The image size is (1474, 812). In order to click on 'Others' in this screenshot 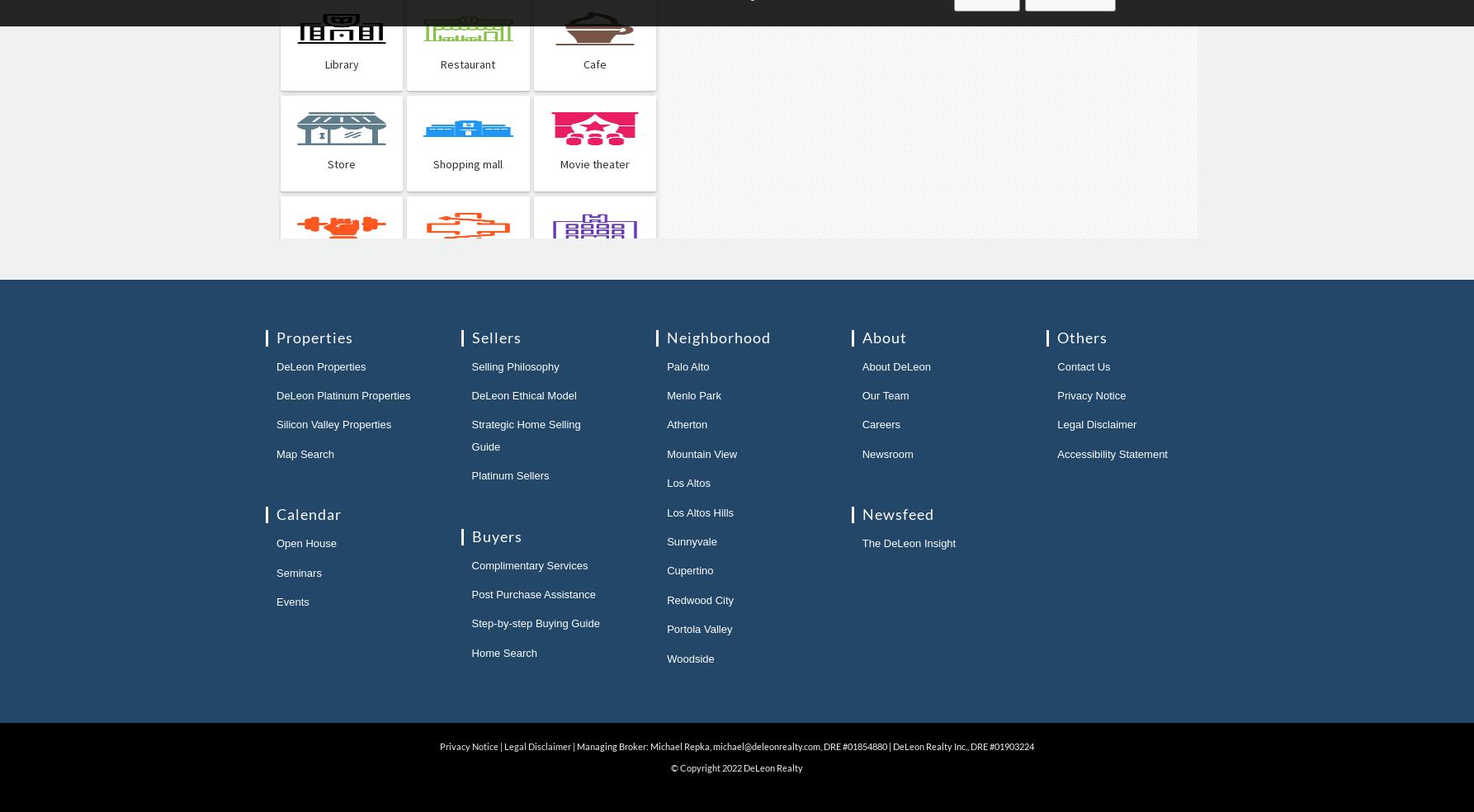, I will do `click(1082, 336)`.